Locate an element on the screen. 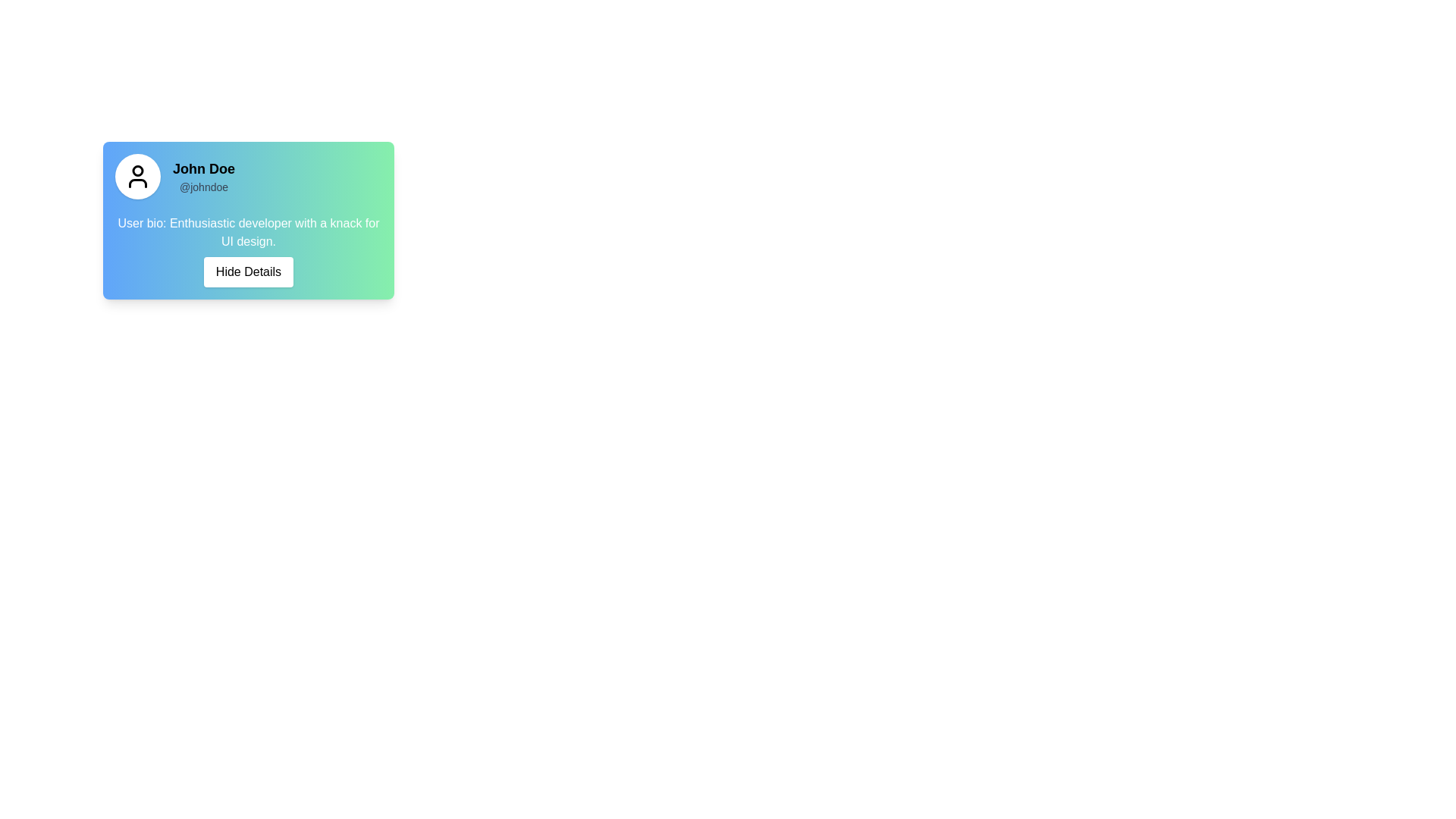  the text label displaying the user bio: 'User bio: Enthusiastic developer with a knack for UI design.' is located at coordinates (248, 233).